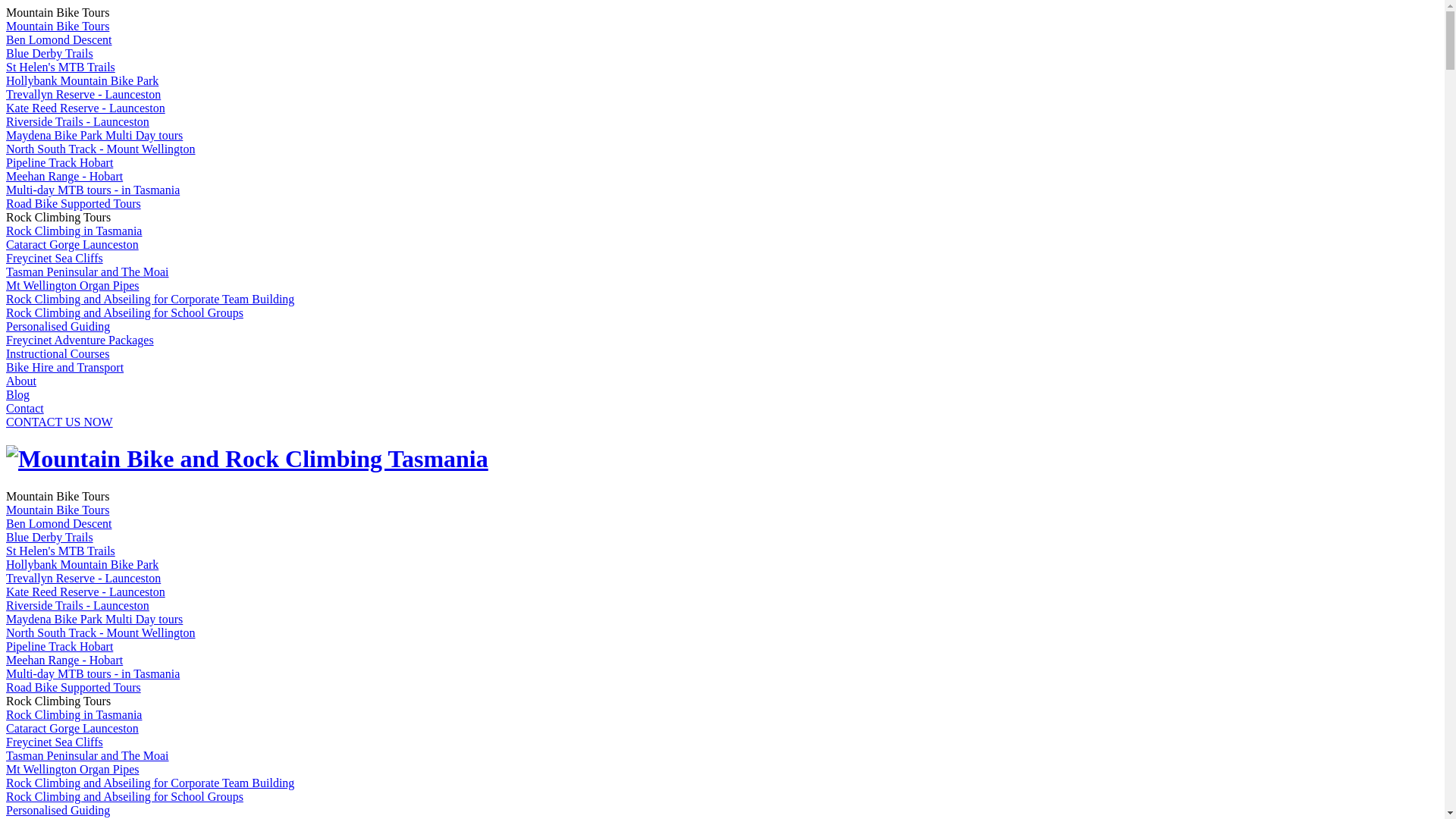  I want to click on 'Road Bike Supported Tours', so click(72, 202).